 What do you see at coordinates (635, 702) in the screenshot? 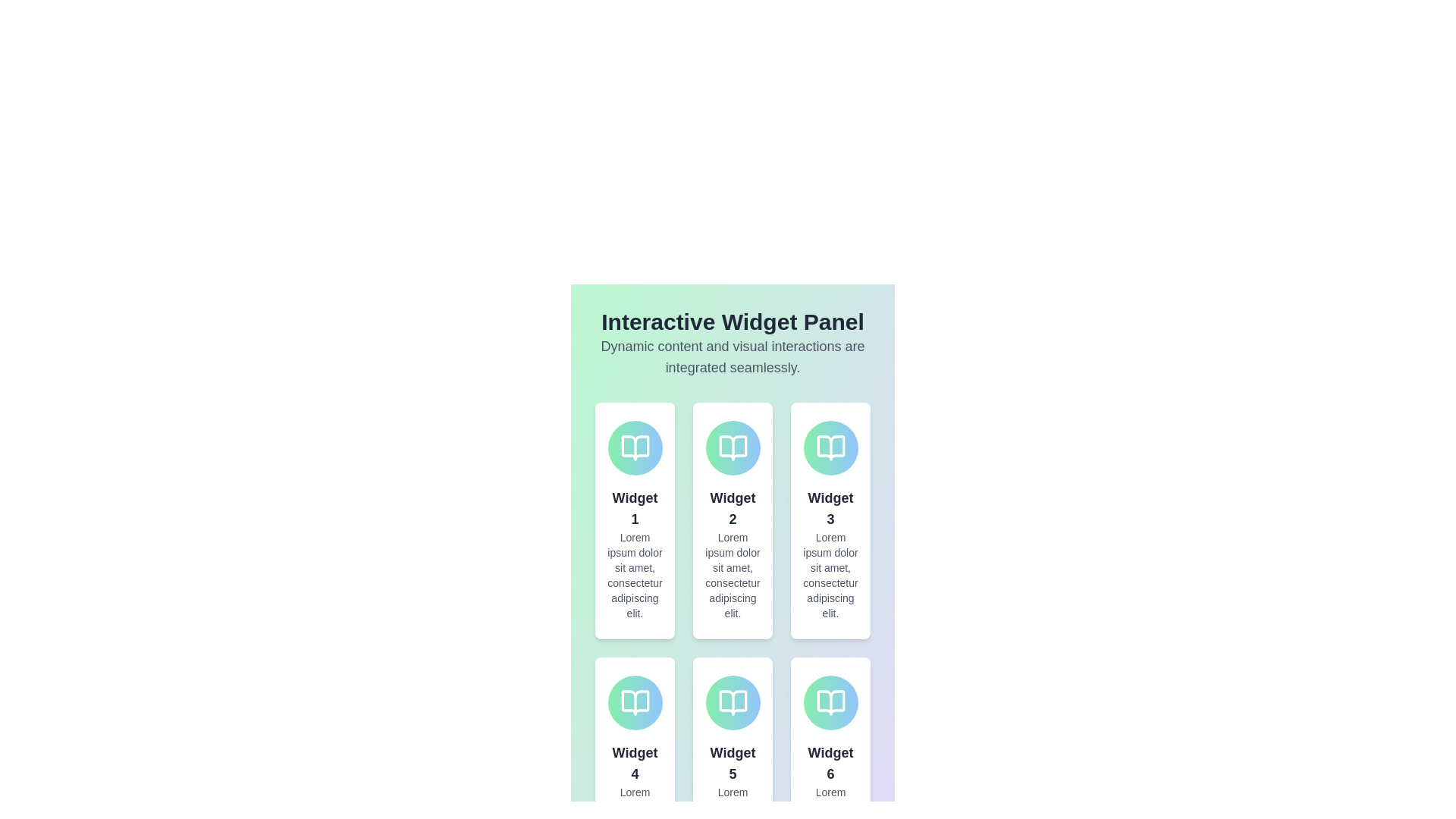
I see `the open book icon that is styled with a white color against a circular gradient background transitioning from green to blue, located in the fourth widget of the grid layout` at bounding box center [635, 702].